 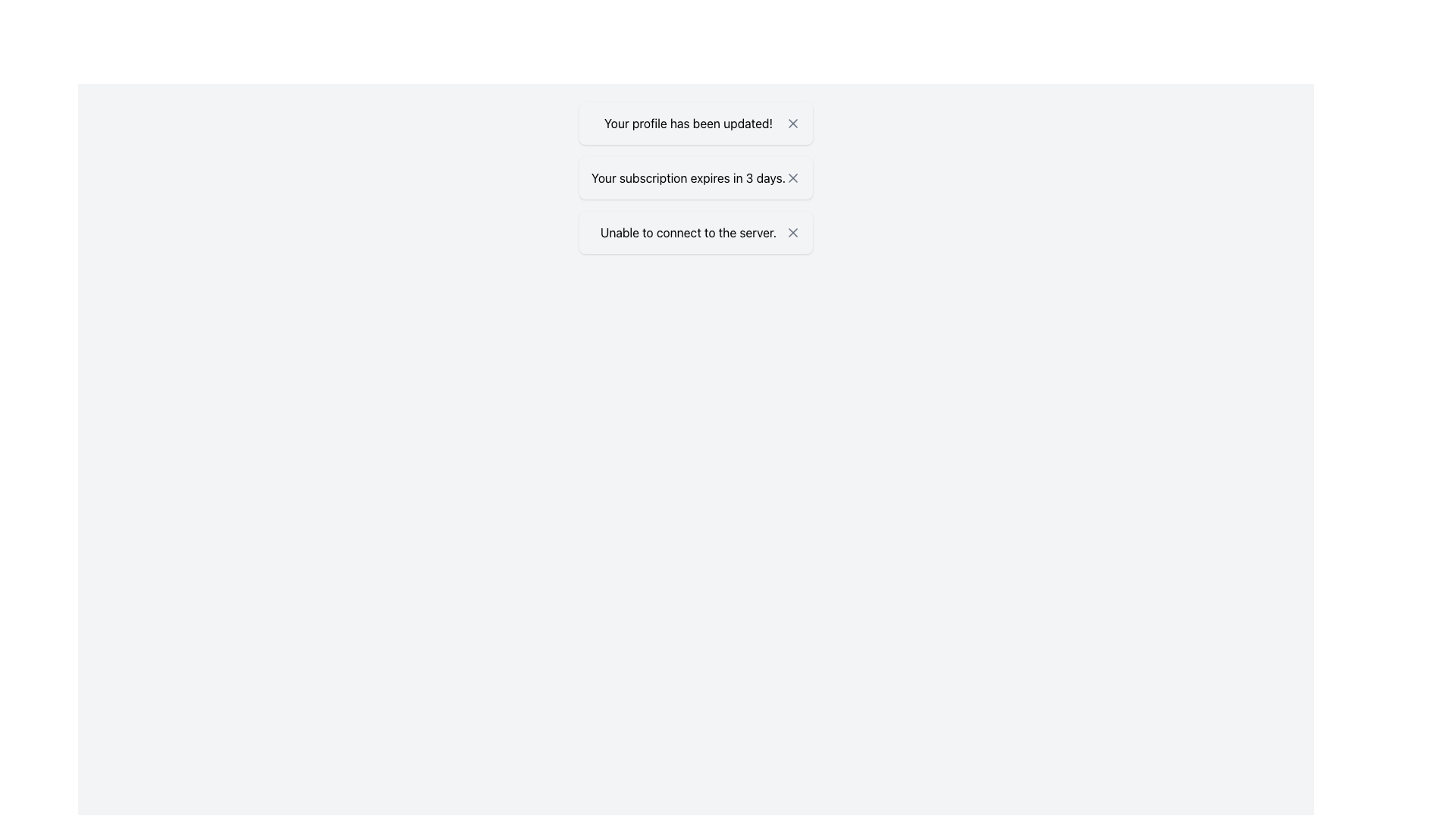 What do you see at coordinates (687, 122) in the screenshot?
I see `the static text indicating successful profile update, located in the first notification box at the top of the list` at bounding box center [687, 122].